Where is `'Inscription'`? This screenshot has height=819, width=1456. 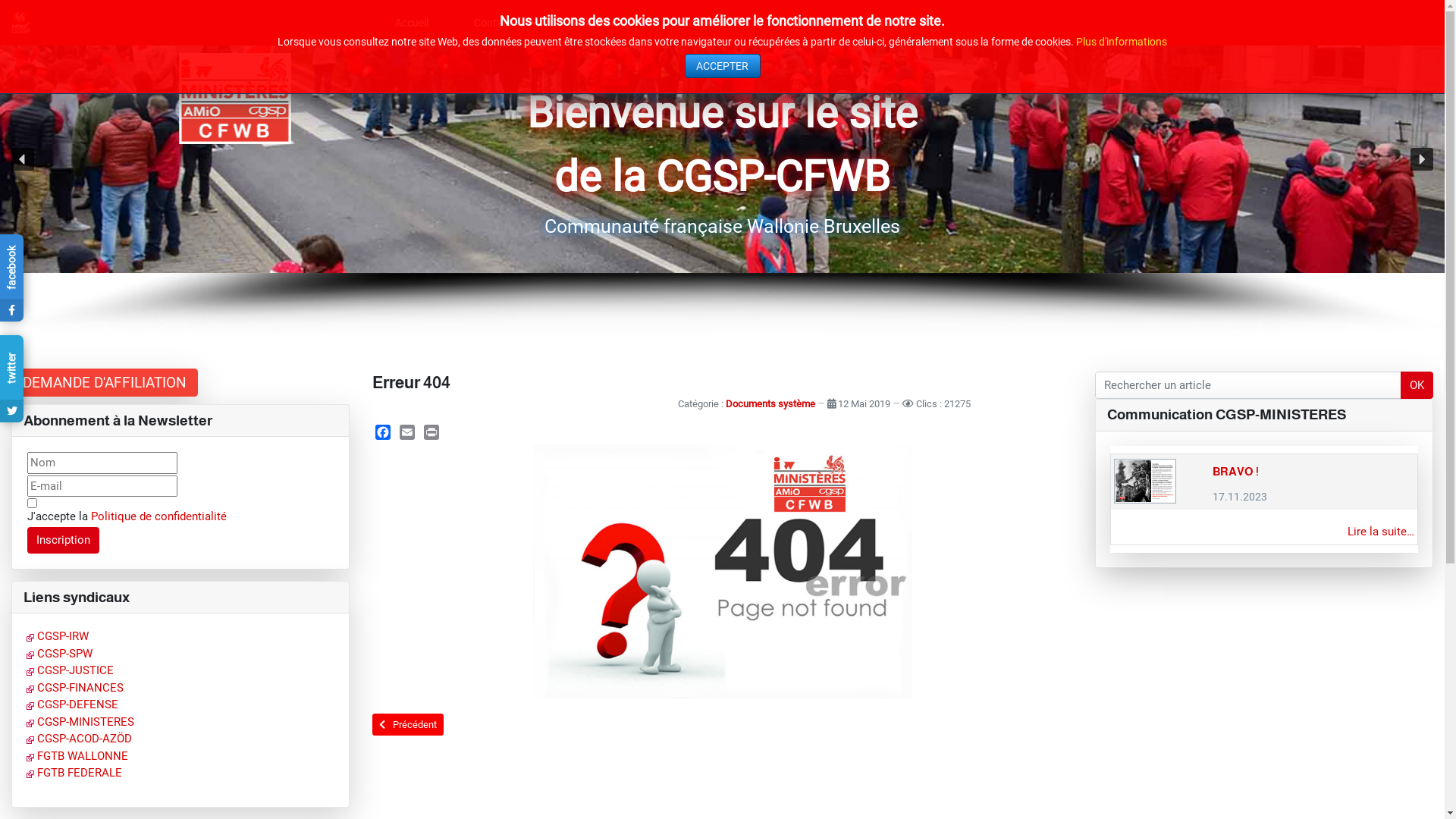
'Inscription' is located at coordinates (63, 540).